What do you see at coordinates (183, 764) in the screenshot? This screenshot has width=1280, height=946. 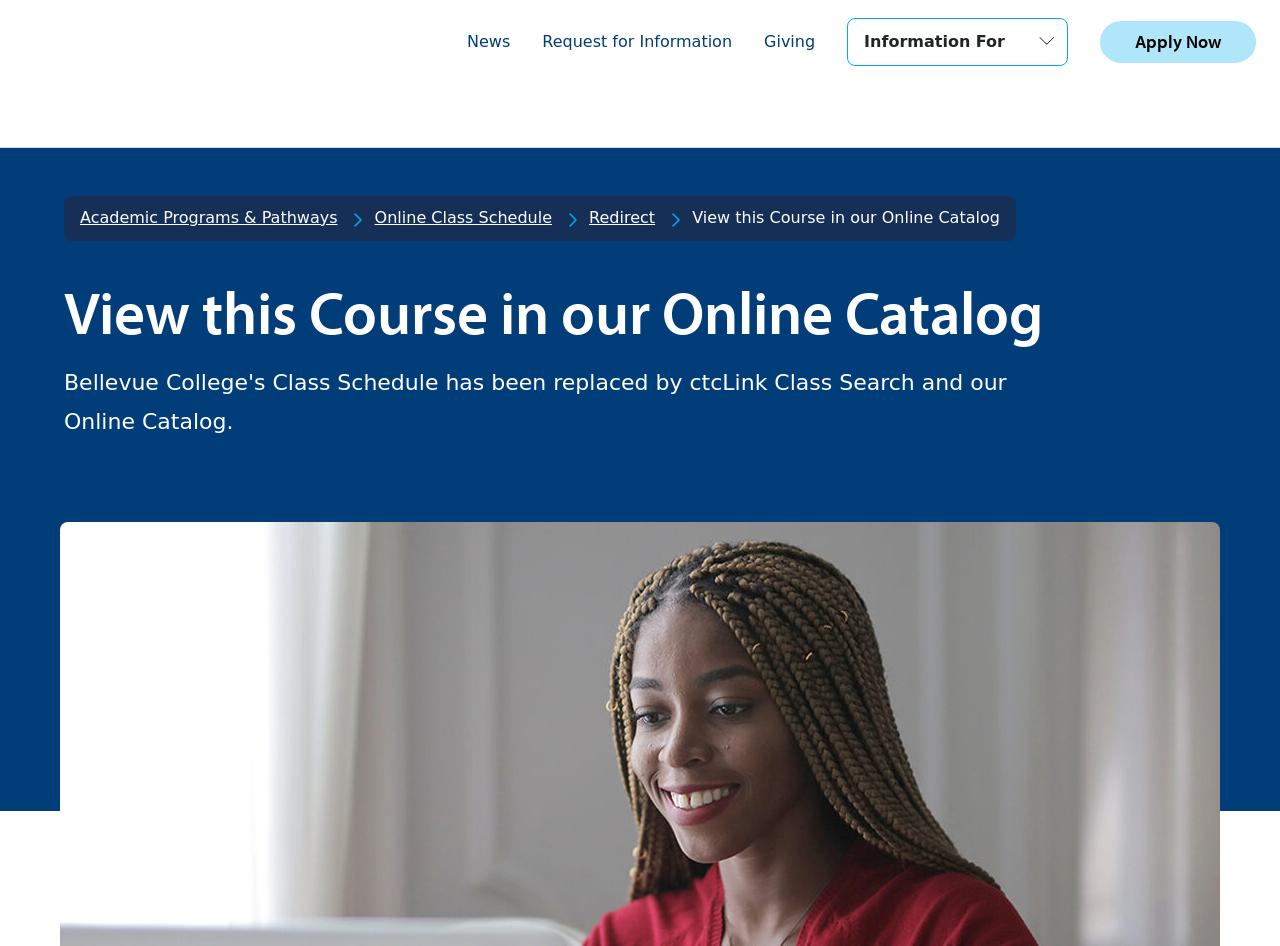 I see `'Admissions & Aid'` at bounding box center [183, 764].